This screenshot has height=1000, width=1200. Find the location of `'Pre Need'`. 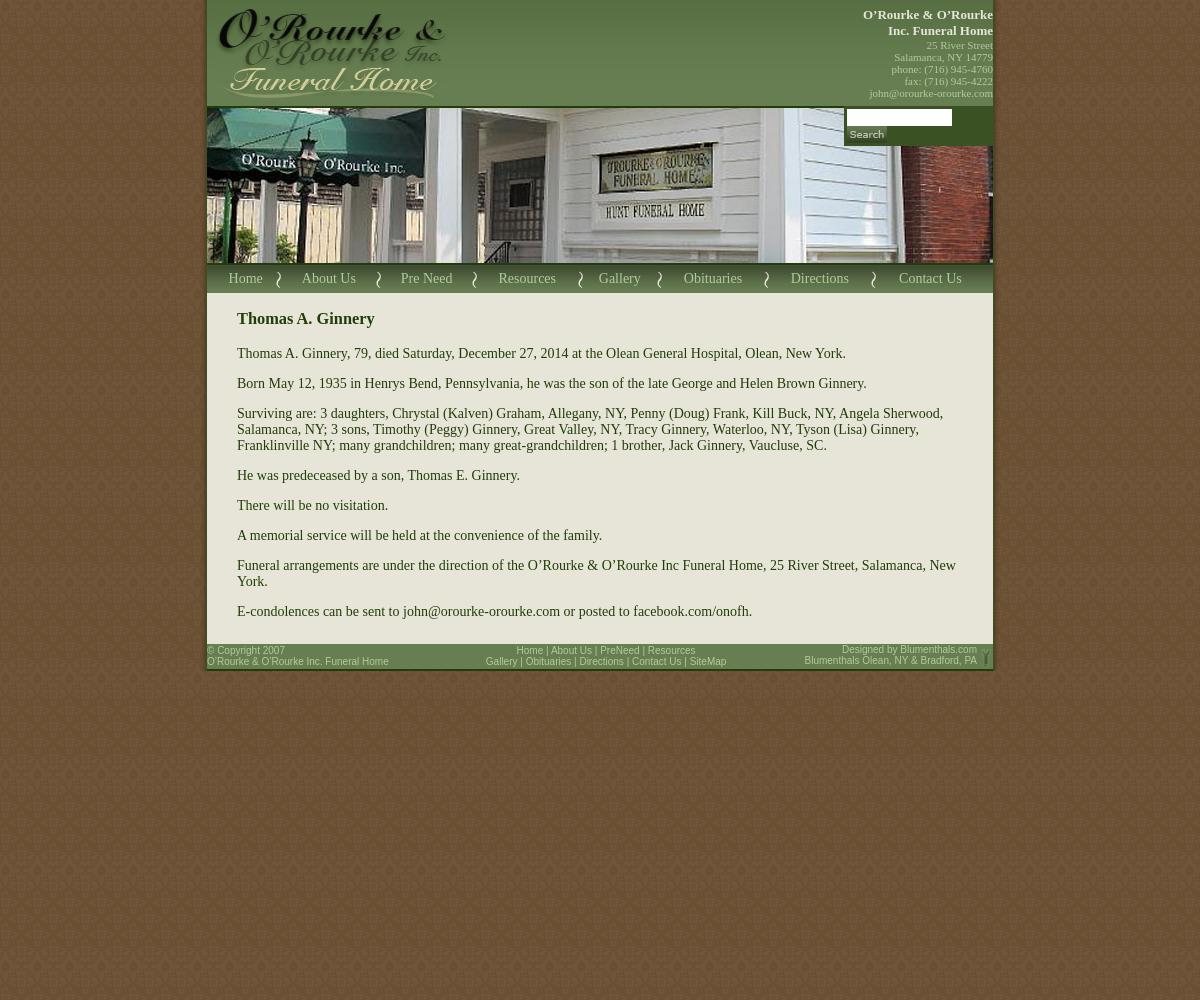

'Pre Need' is located at coordinates (426, 277).